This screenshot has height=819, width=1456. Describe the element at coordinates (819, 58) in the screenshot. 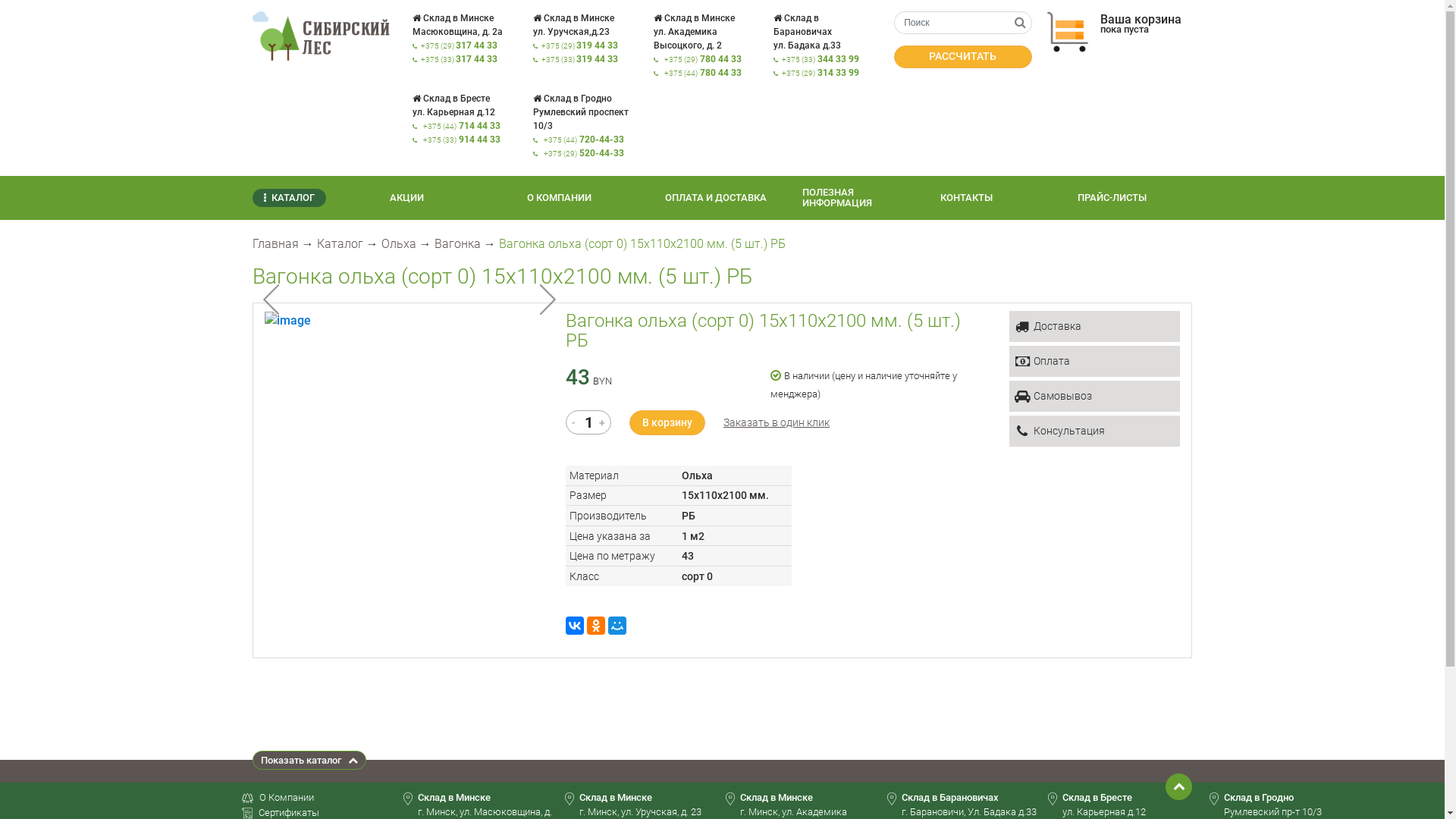

I see `'+375 (33) 344 33 99'` at that location.